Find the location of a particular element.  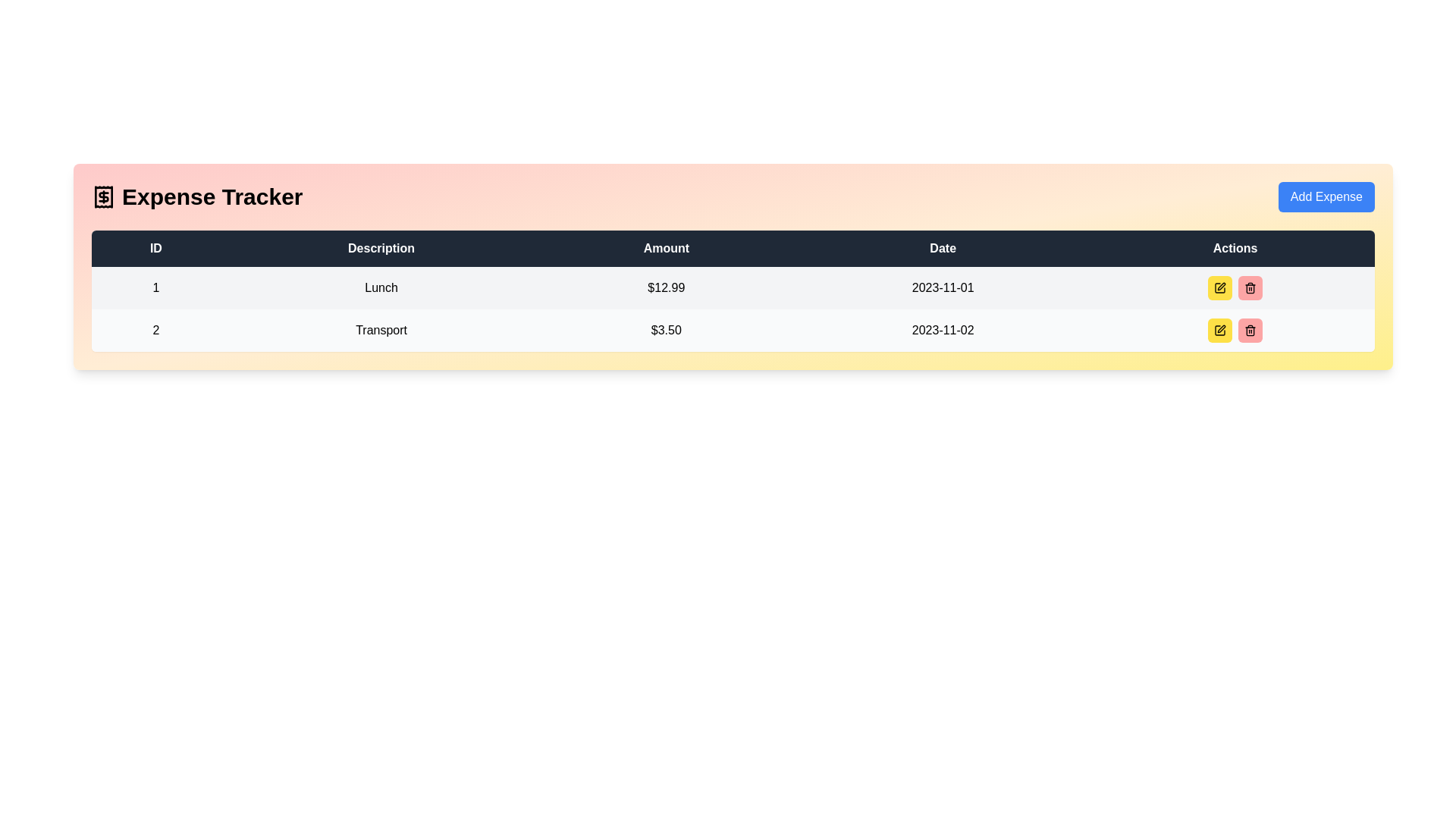

the Text label in the second row of the table under the 'ID' column, which serves as a unique identifier for this entry is located at coordinates (155, 329).